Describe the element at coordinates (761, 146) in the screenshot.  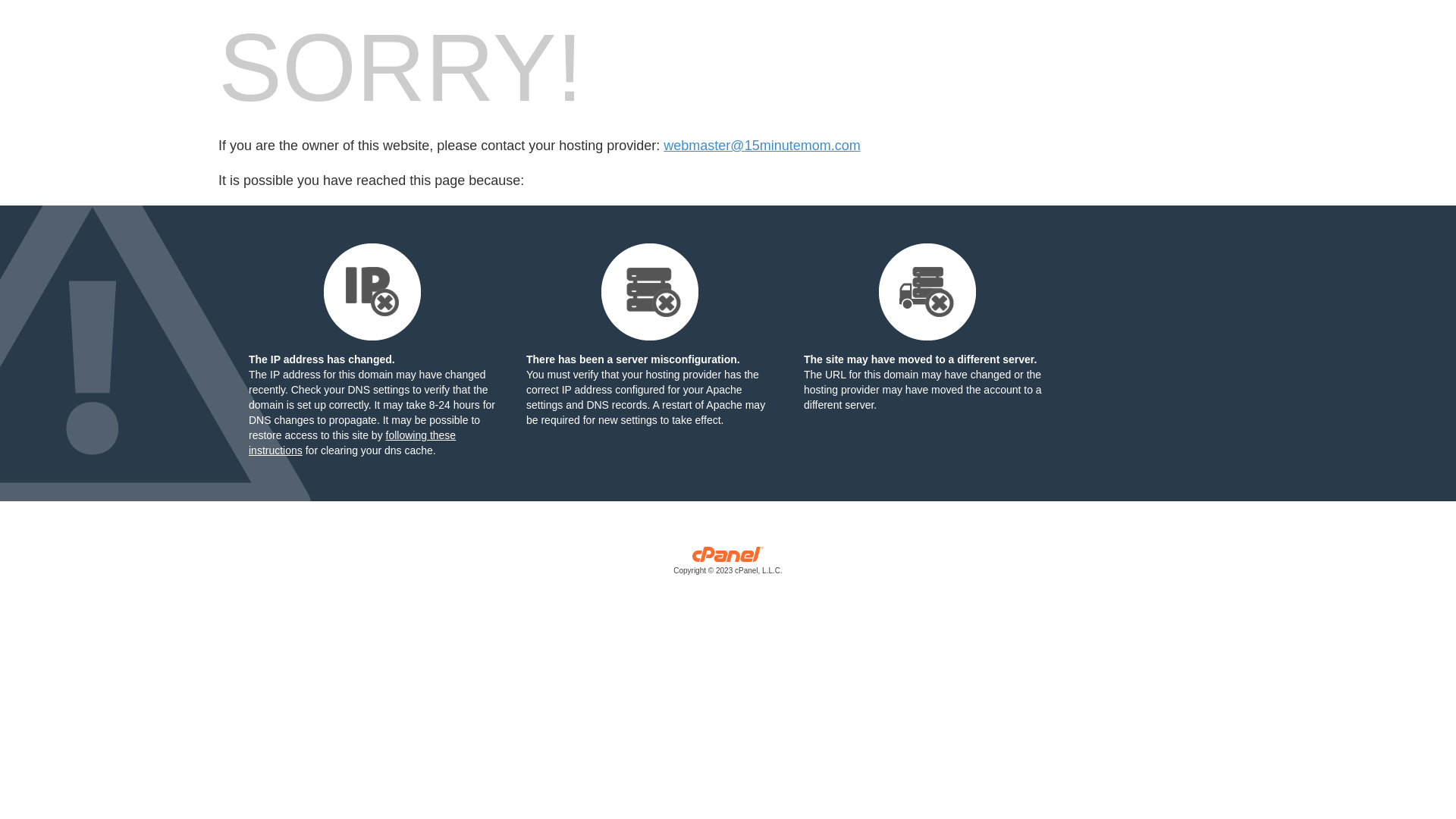
I see `'webmaster@15minutemom.com'` at that location.